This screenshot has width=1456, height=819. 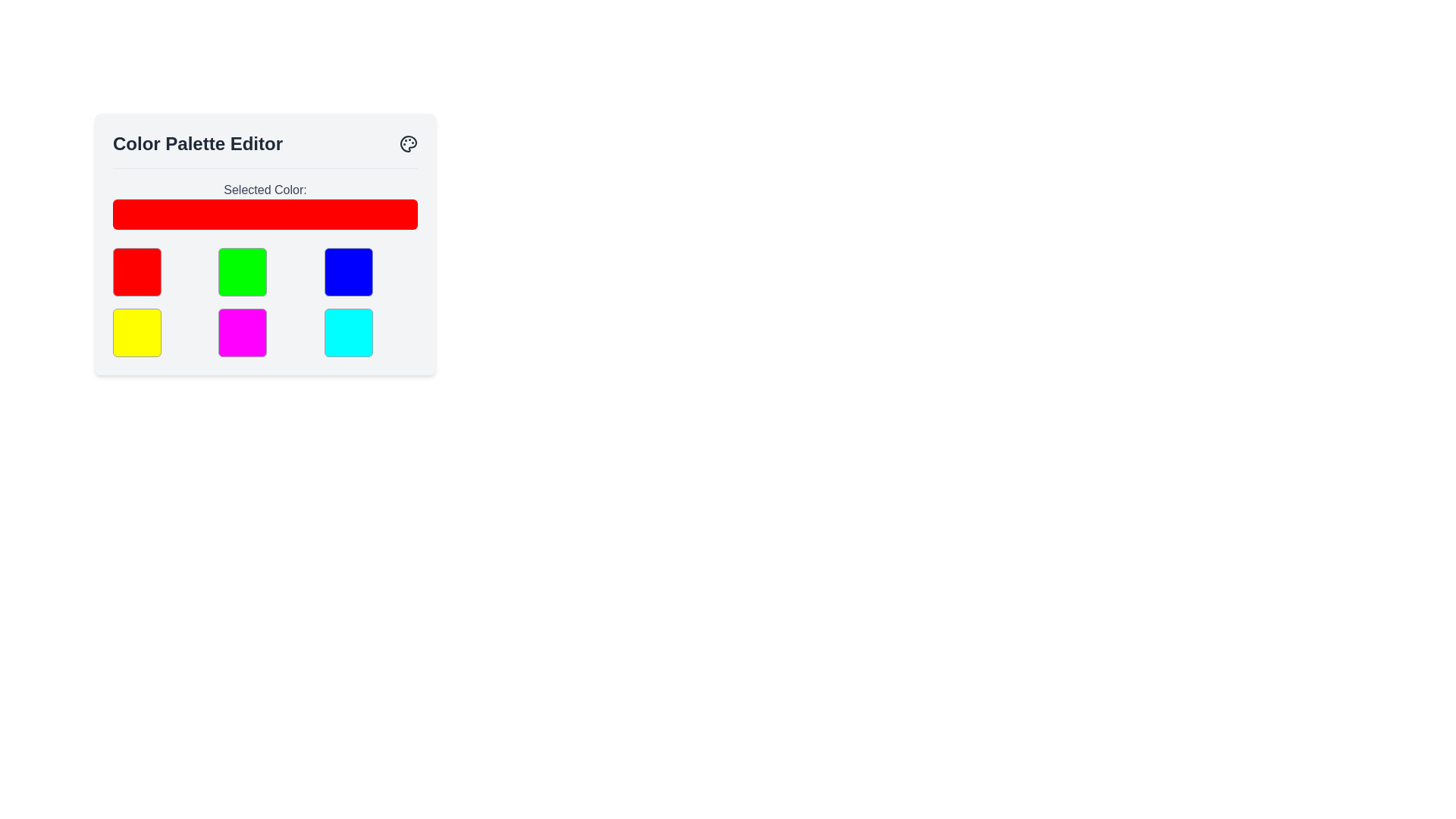 What do you see at coordinates (243, 271) in the screenshot?
I see `the color selection button located in the second column of the first row of a 3x2 grid in the color palette editor` at bounding box center [243, 271].